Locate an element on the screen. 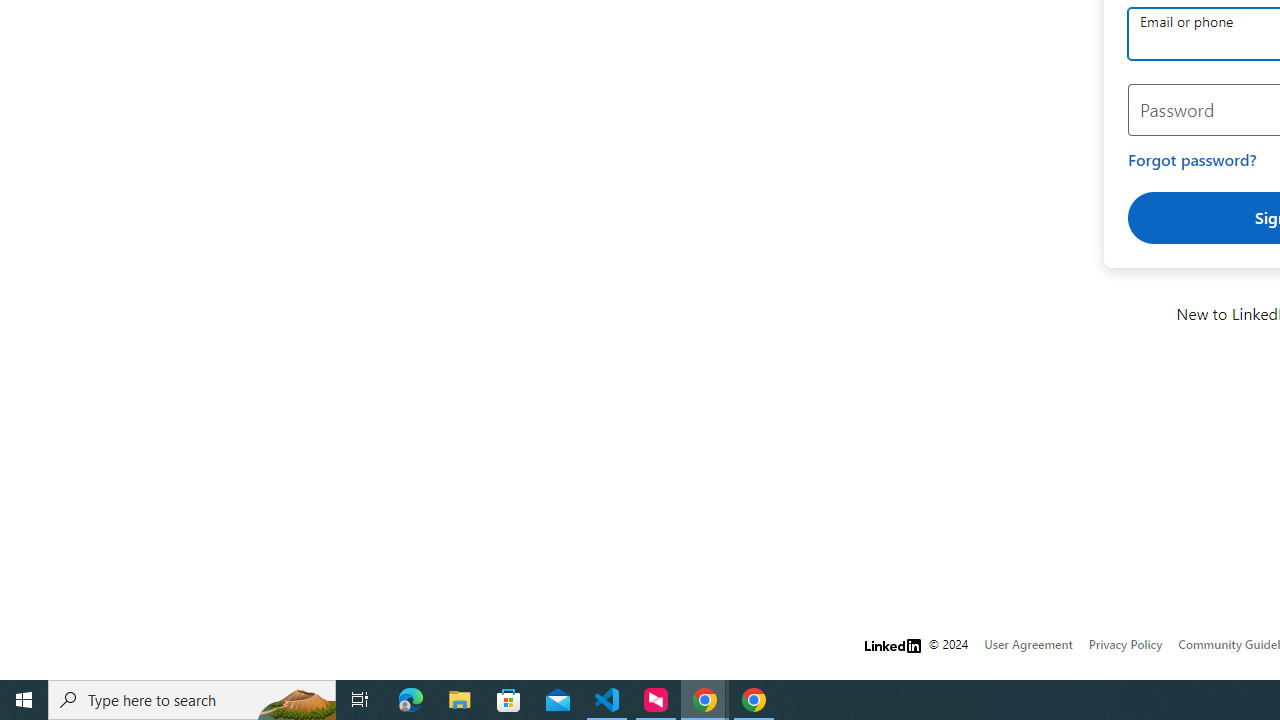  'User Agreement' is located at coordinates (1028, 644).